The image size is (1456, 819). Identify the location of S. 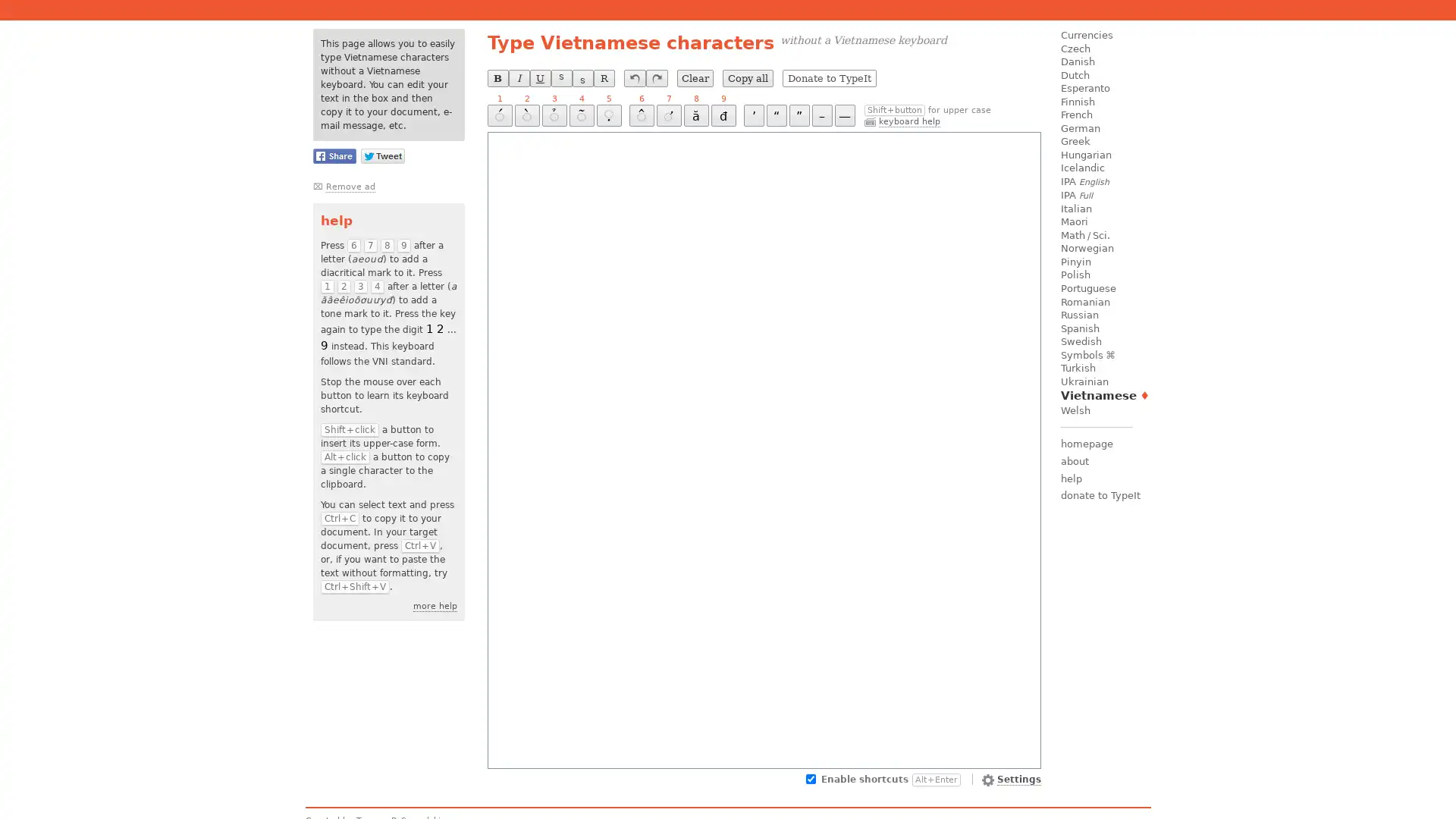
(582, 78).